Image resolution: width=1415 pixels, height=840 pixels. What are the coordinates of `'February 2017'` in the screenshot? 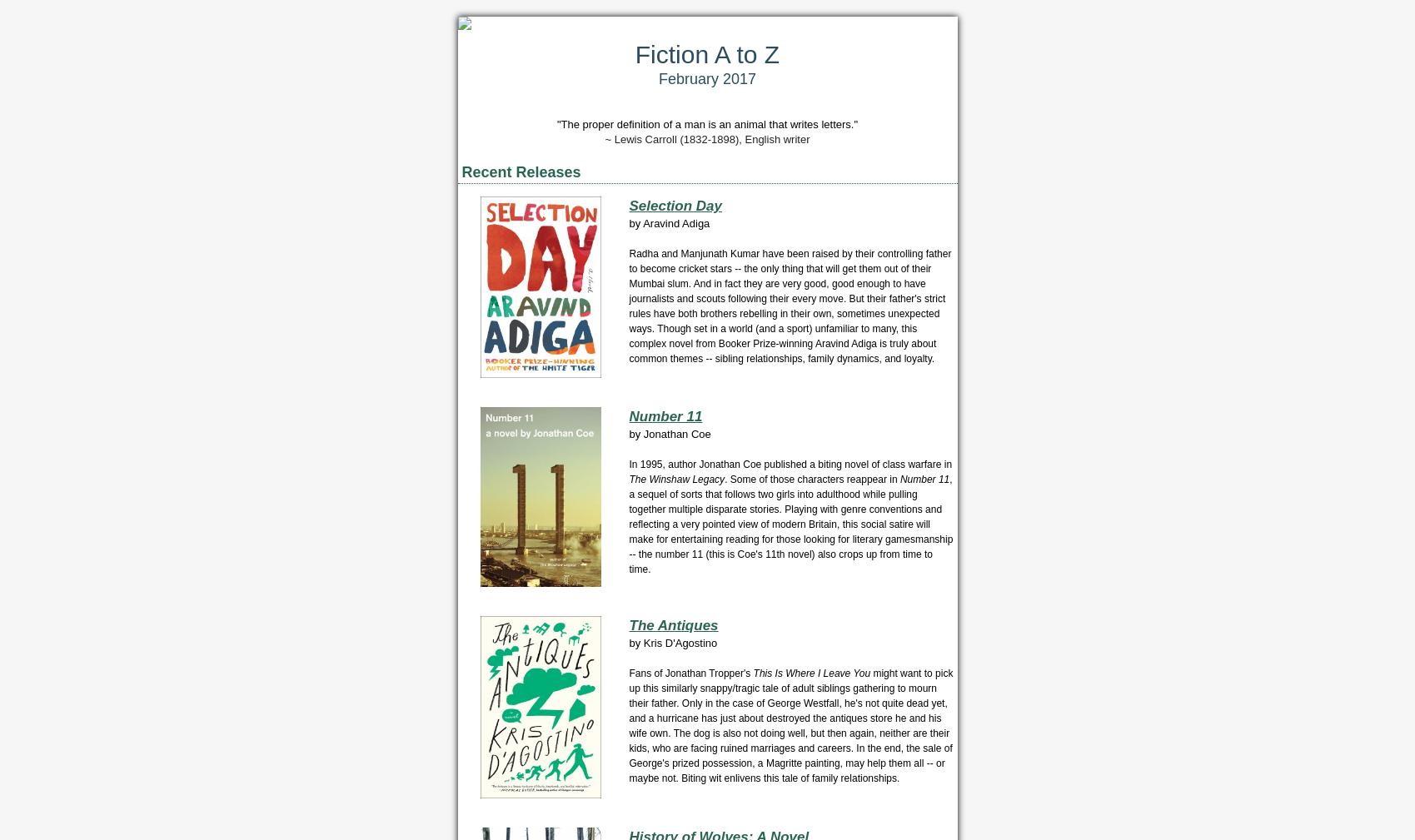 It's located at (658, 78).